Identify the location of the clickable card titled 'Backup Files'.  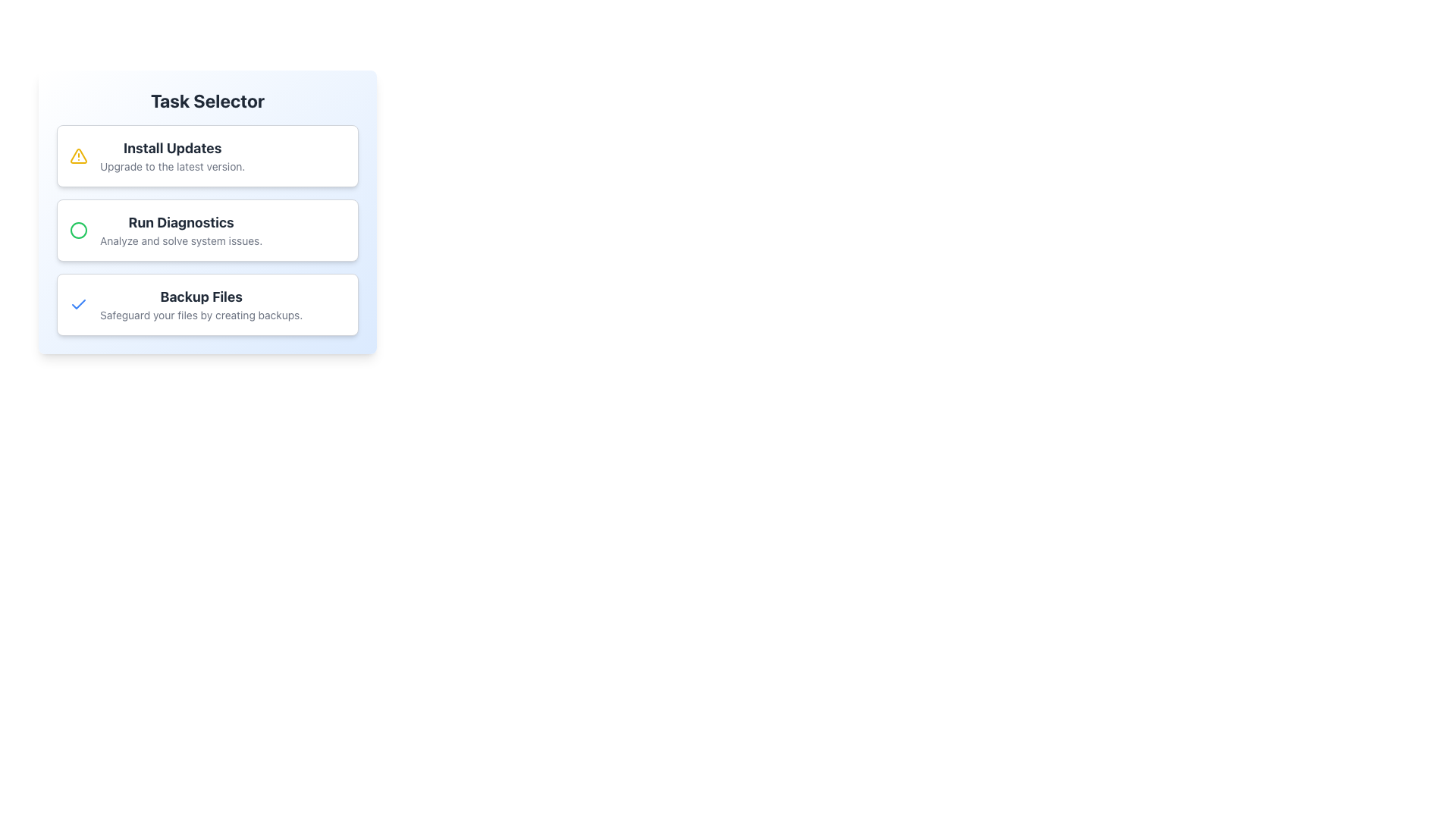
(206, 304).